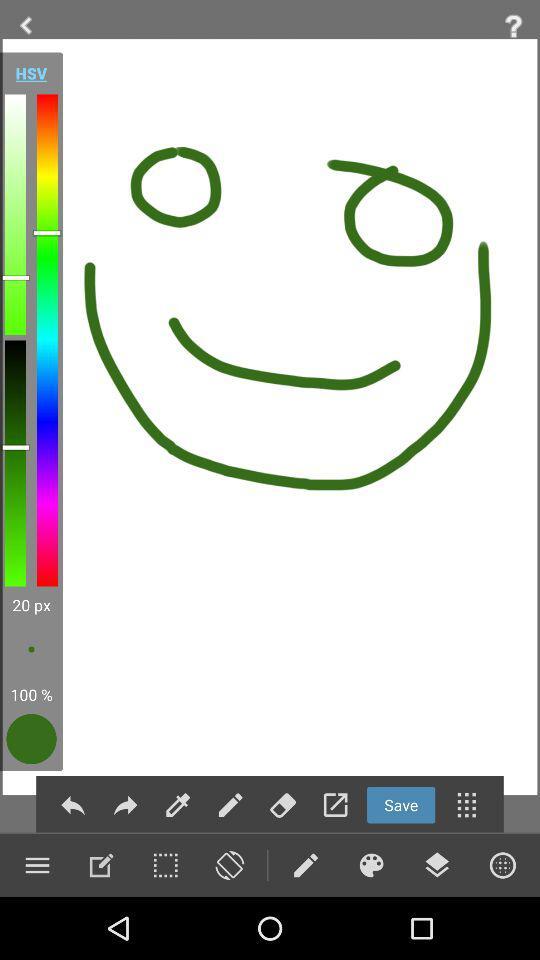  Describe the element at coordinates (178, 805) in the screenshot. I see `pin option` at that location.